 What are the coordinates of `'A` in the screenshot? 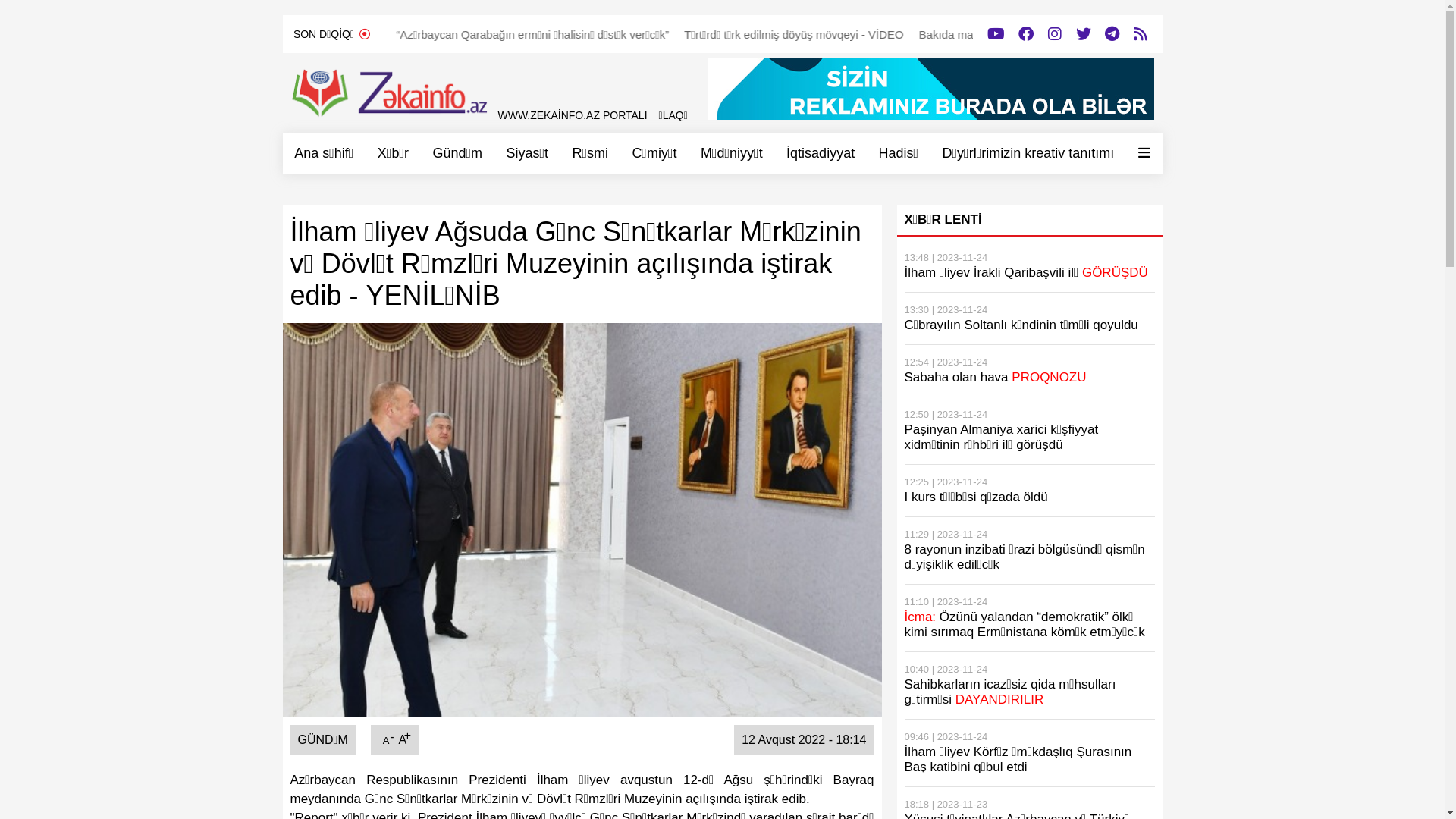 It's located at (386, 739).